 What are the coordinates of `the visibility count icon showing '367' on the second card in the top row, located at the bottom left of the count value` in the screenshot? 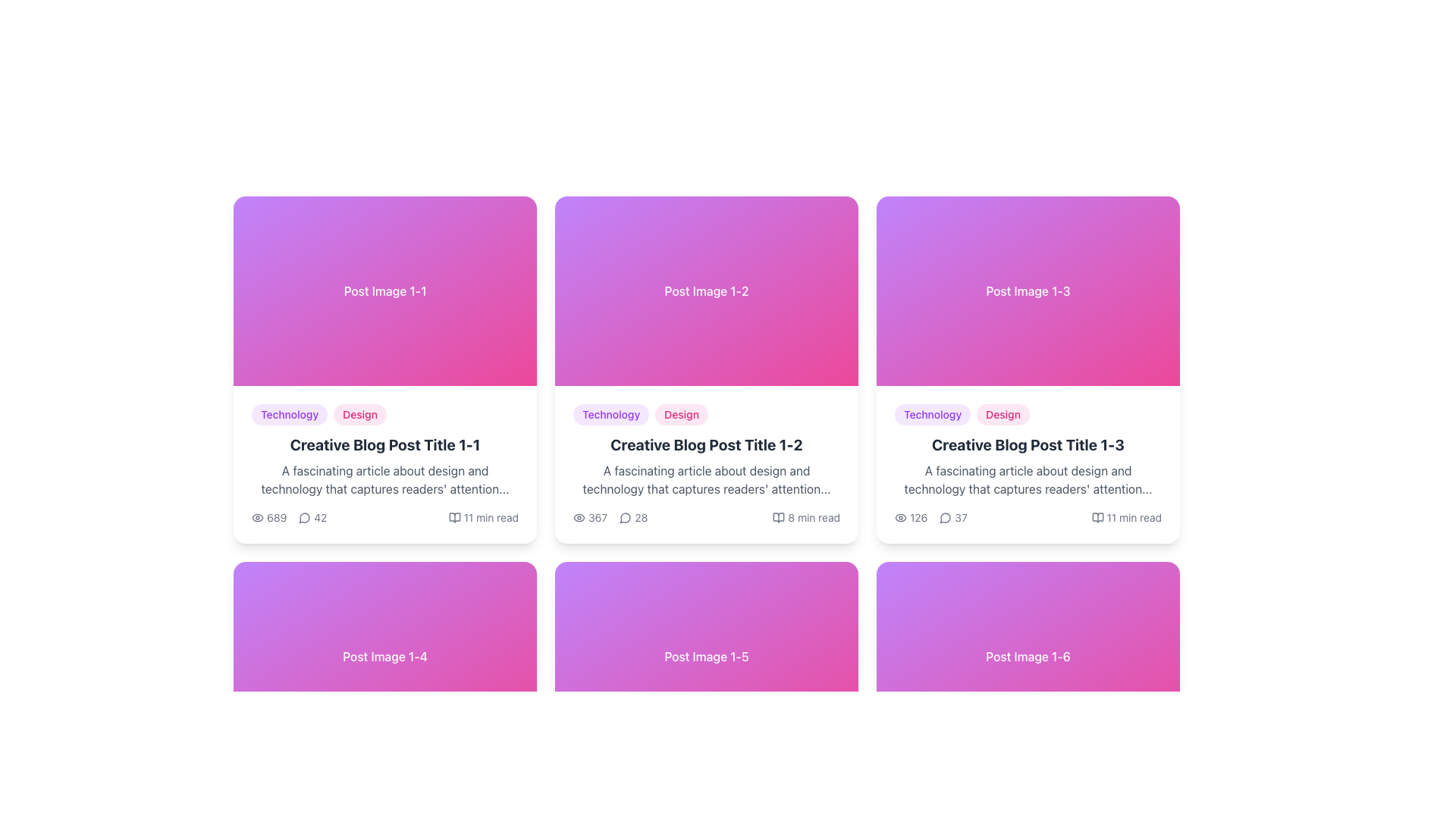 It's located at (578, 516).